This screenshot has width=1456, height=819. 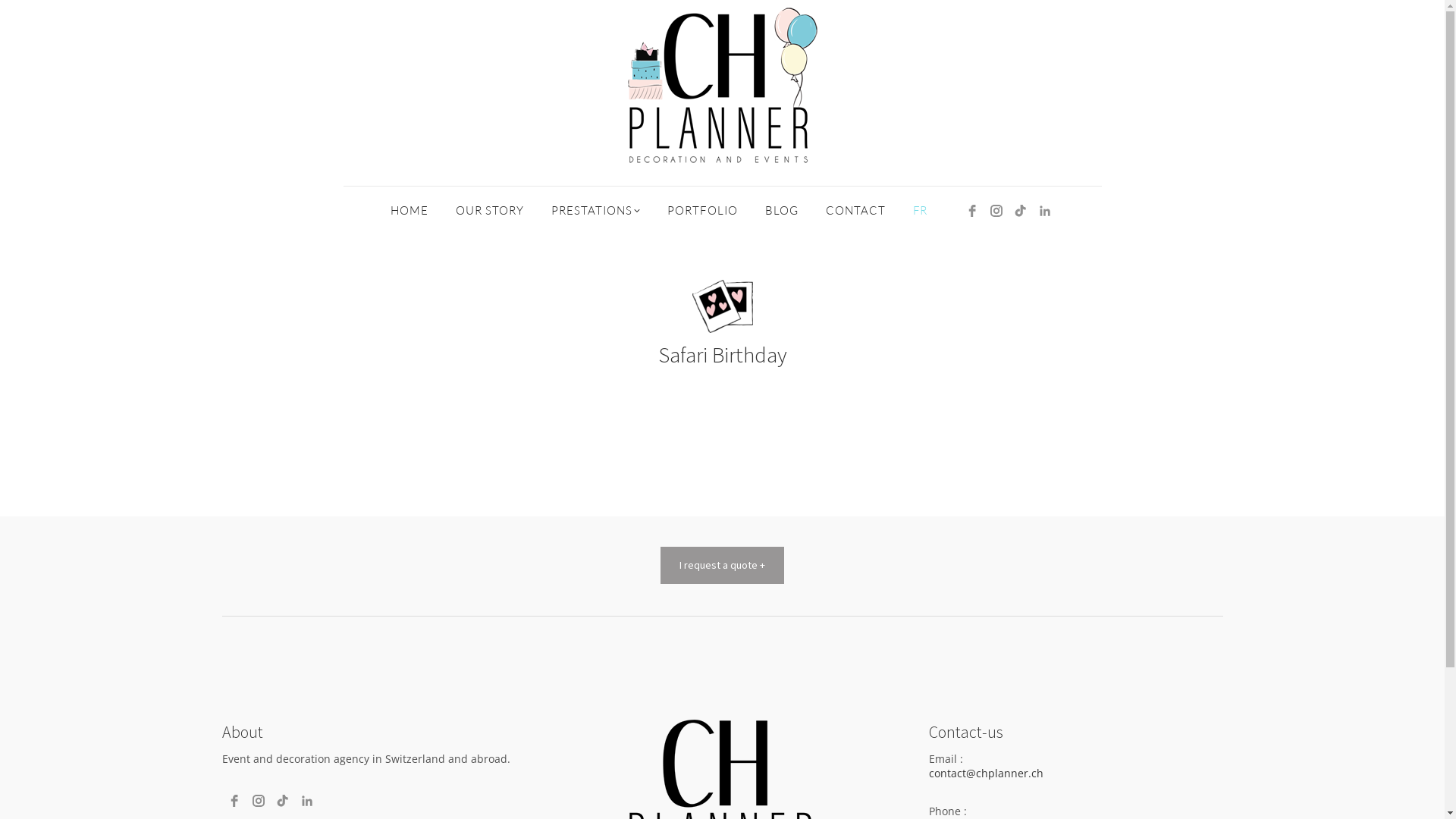 I want to click on 'FR', so click(x=919, y=210).